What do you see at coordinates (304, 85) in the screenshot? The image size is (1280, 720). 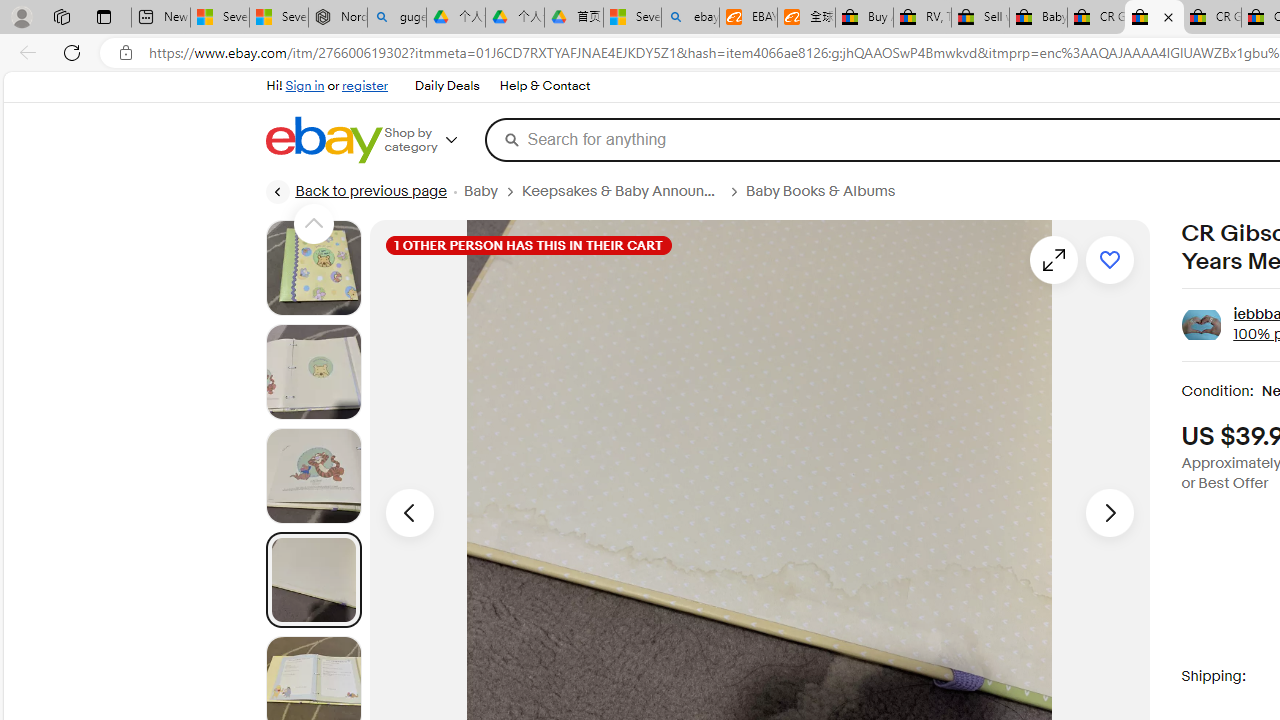 I see `'Sign in'` at bounding box center [304, 85].